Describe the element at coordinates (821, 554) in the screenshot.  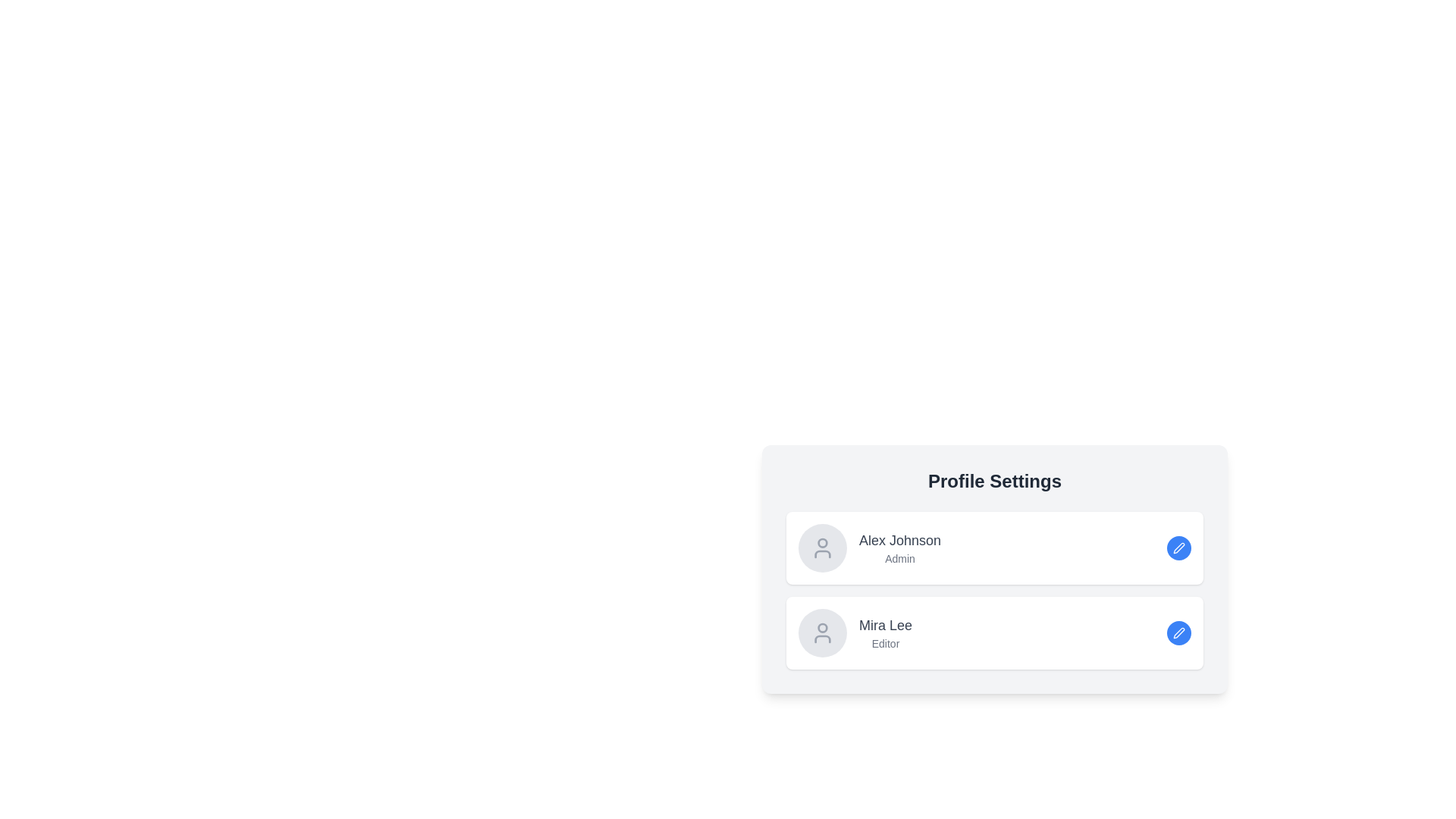
I see `the lower portion of the user icon SVG representing the torso of 'Alex Johnson' in the Profile Settings interface` at that location.